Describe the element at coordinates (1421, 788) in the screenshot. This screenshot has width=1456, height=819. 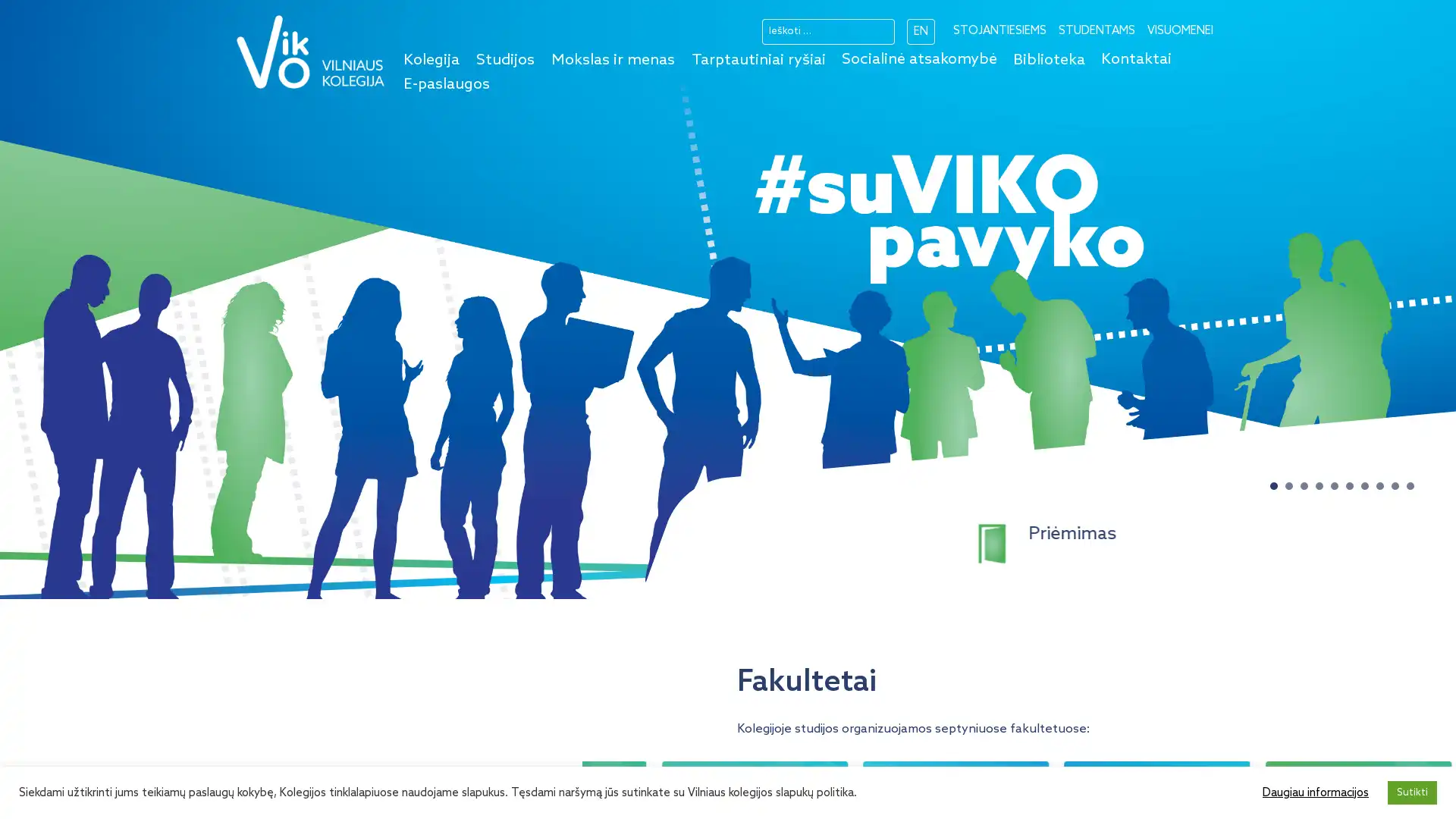
I see `Atgal i virsu` at that location.